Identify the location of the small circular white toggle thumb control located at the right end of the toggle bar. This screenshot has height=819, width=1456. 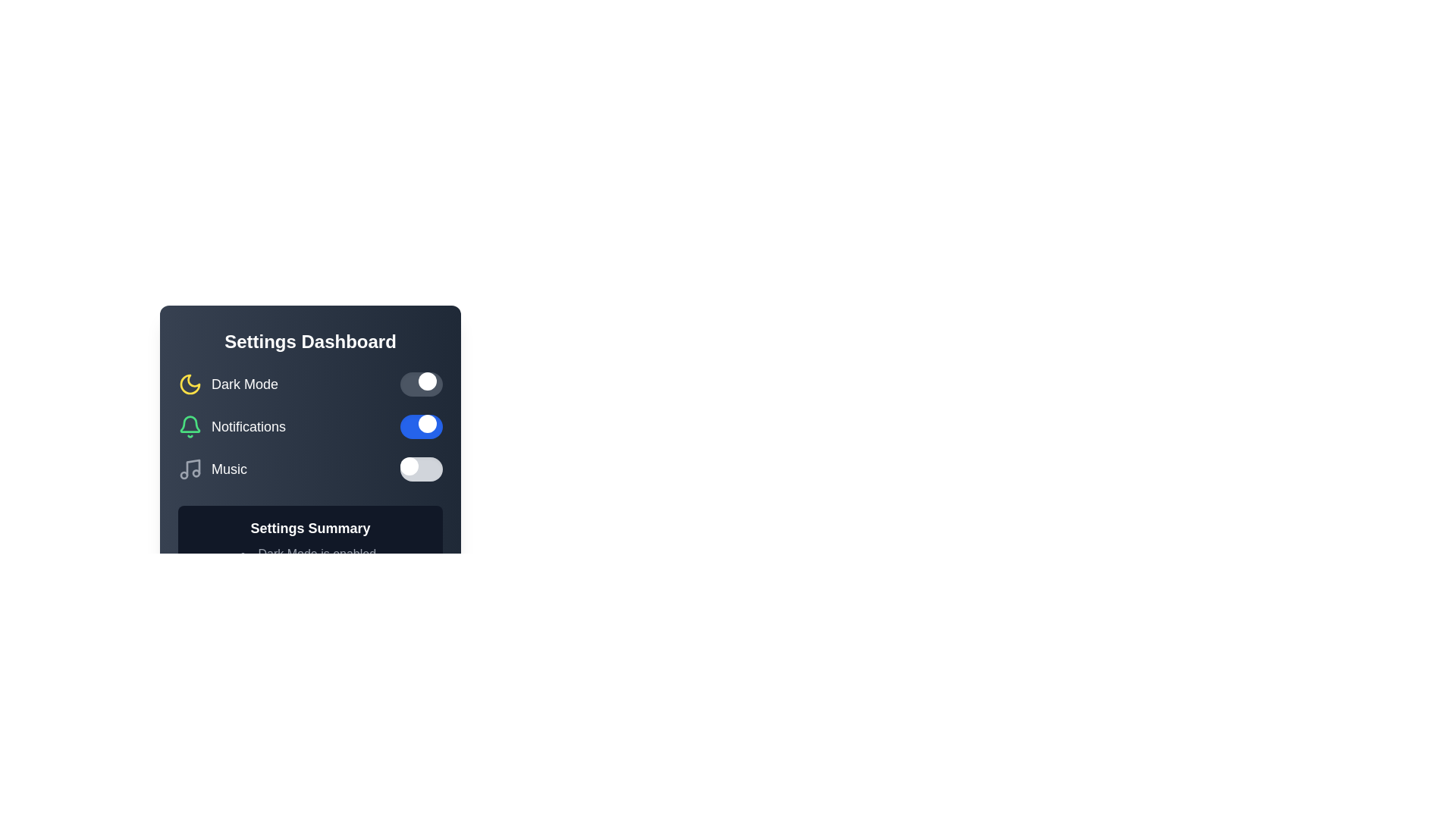
(427, 380).